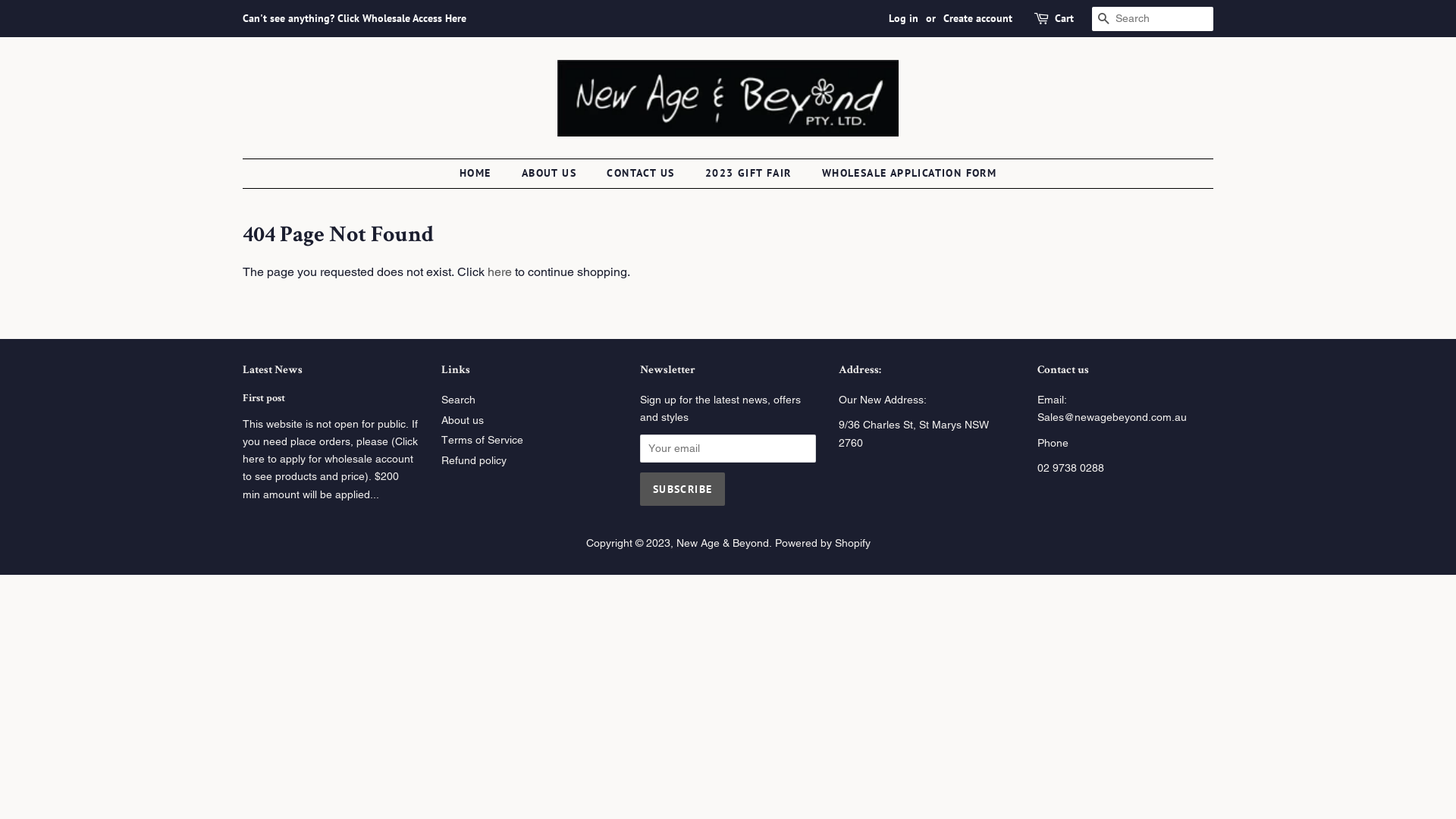 This screenshot has width=1456, height=819. What do you see at coordinates (682, 488) in the screenshot?
I see `'Subscribe'` at bounding box center [682, 488].